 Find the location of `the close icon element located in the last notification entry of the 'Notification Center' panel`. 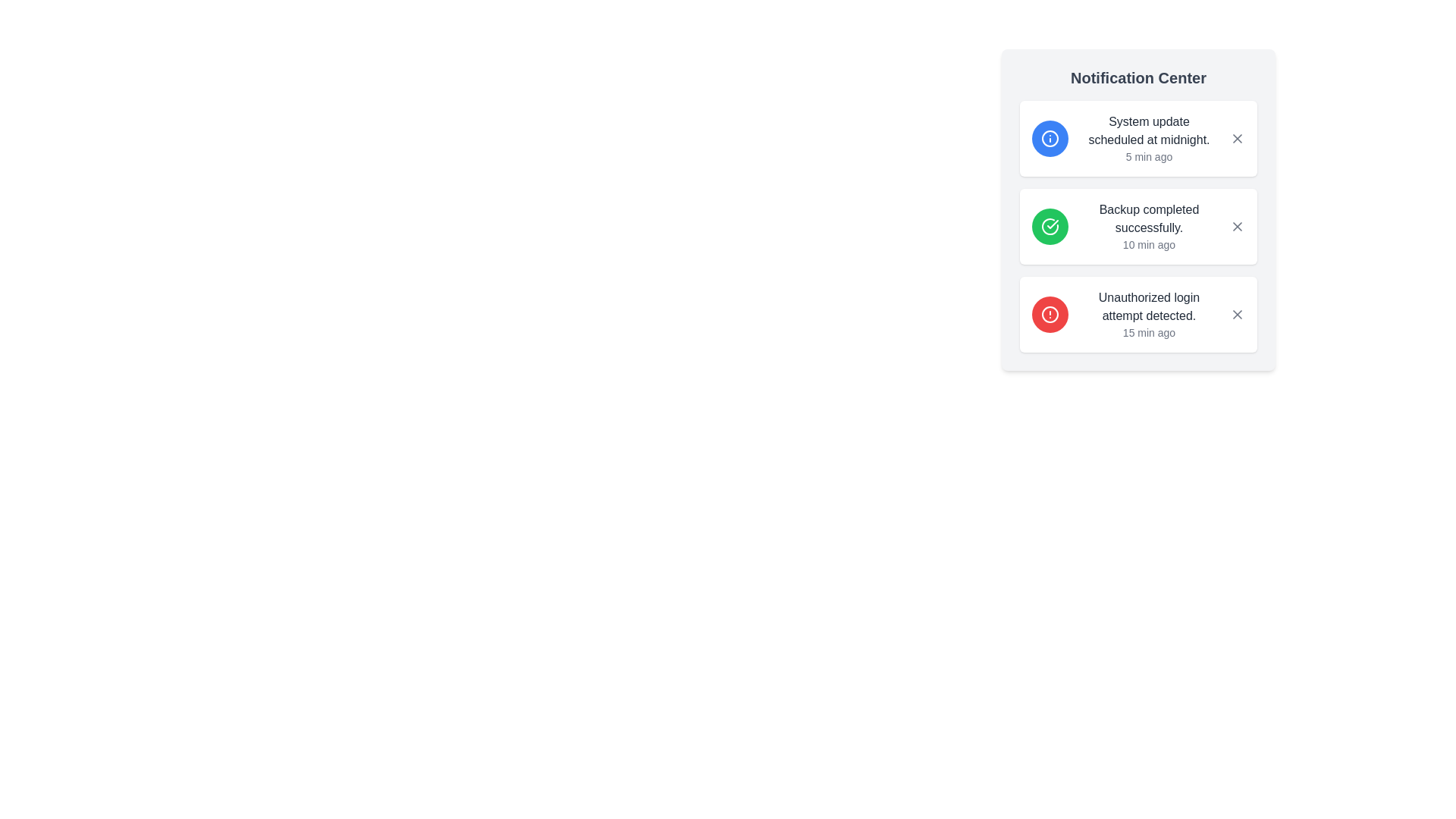

the close icon element located in the last notification entry of the 'Notification Center' panel is located at coordinates (1238, 314).